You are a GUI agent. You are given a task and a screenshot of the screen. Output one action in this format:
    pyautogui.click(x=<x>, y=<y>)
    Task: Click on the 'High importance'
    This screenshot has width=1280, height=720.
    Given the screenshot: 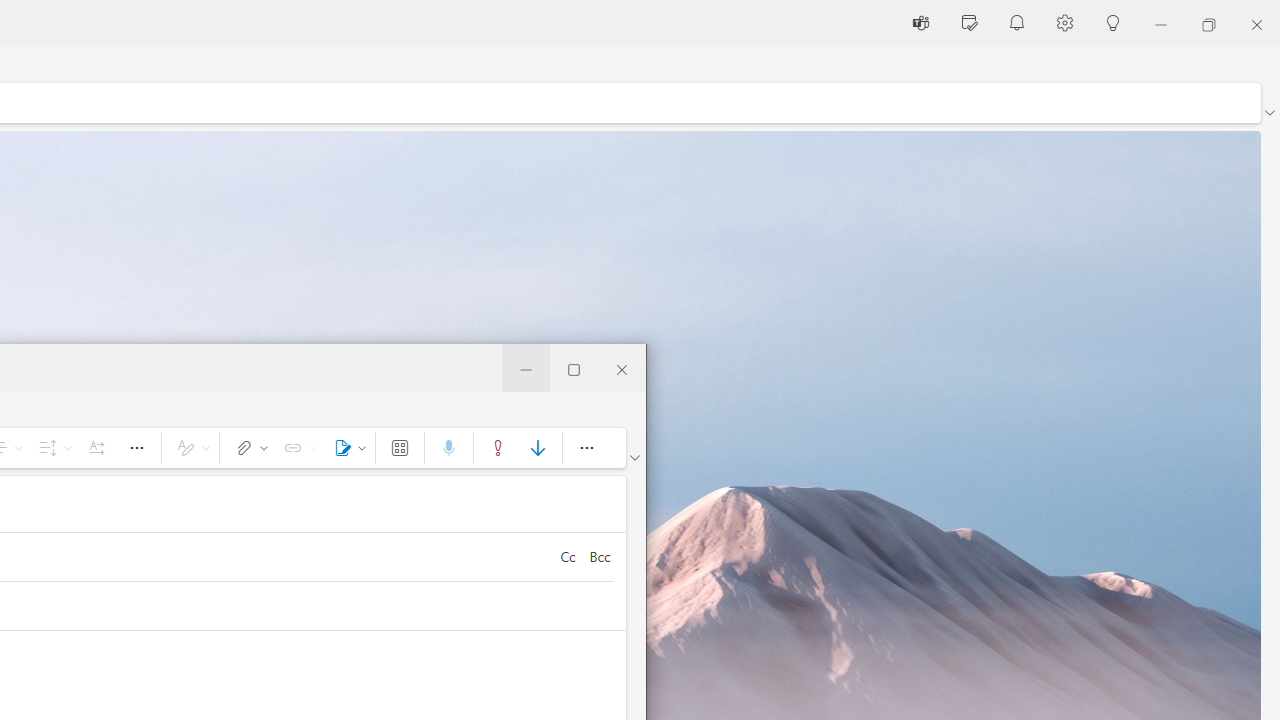 What is the action you would take?
    pyautogui.click(x=497, y=446)
    